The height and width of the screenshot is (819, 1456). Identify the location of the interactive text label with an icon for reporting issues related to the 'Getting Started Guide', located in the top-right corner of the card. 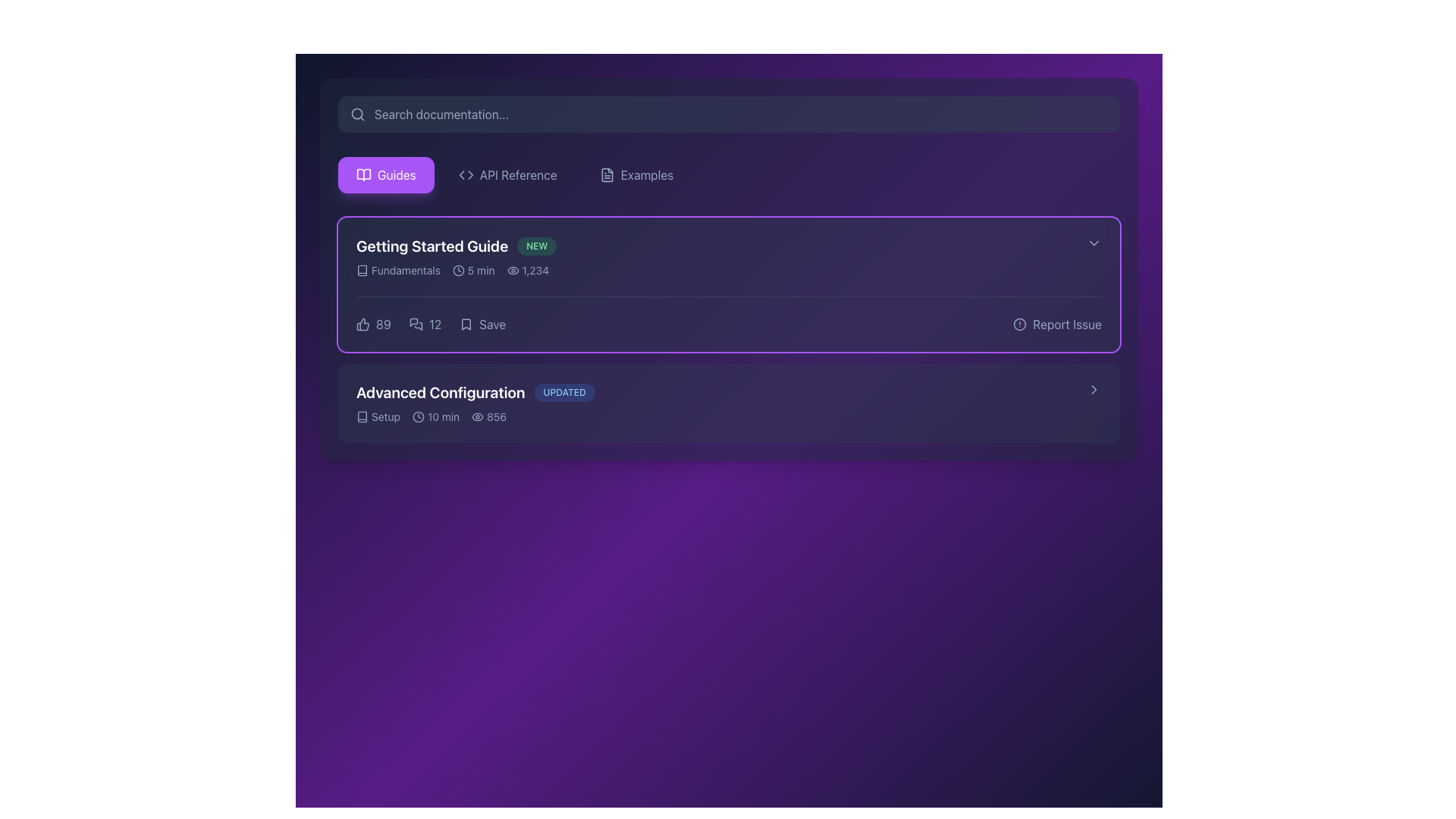
(1056, 324).